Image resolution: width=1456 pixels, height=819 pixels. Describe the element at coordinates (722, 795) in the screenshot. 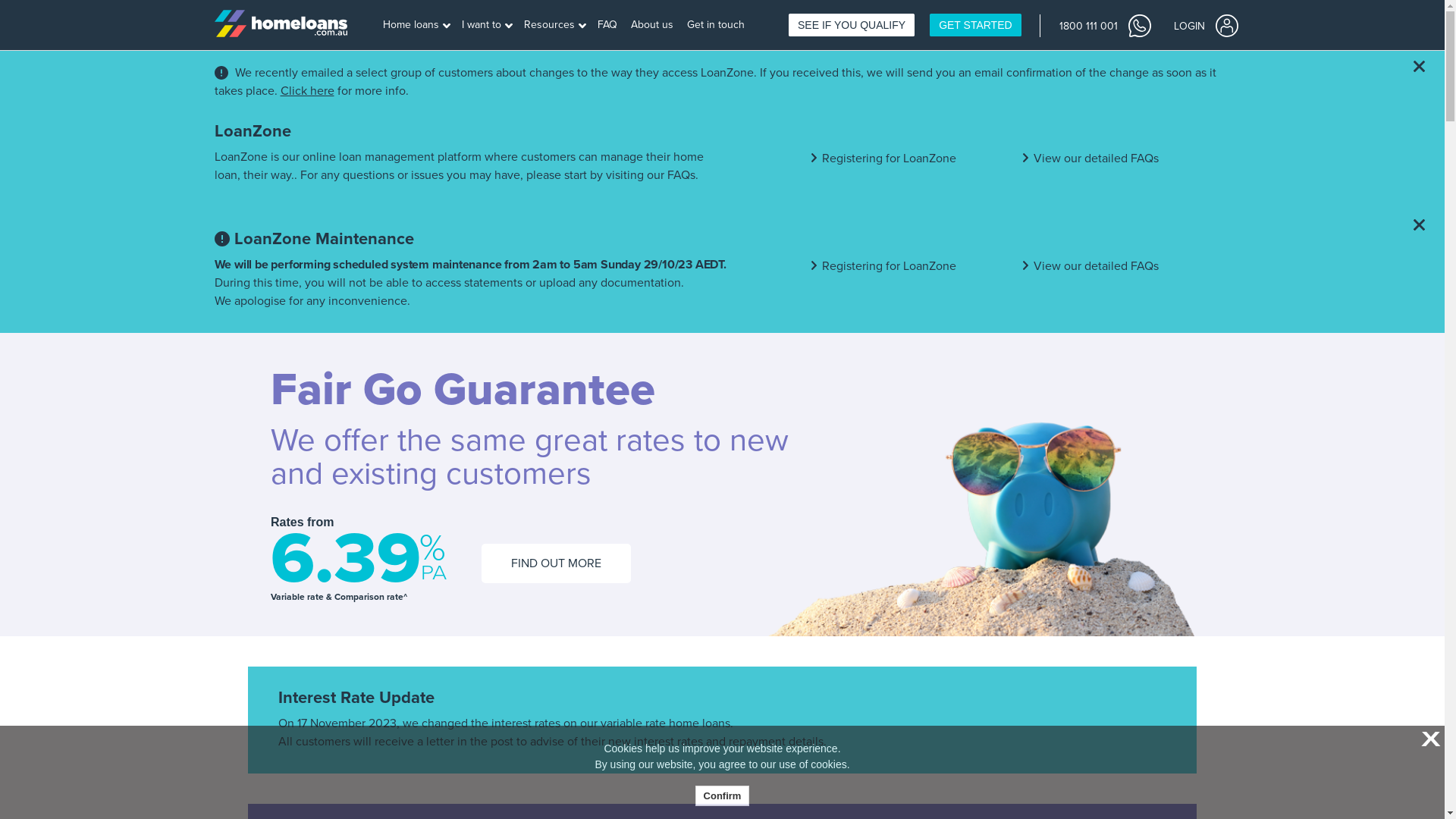

I see `'Confirm'` at that location.